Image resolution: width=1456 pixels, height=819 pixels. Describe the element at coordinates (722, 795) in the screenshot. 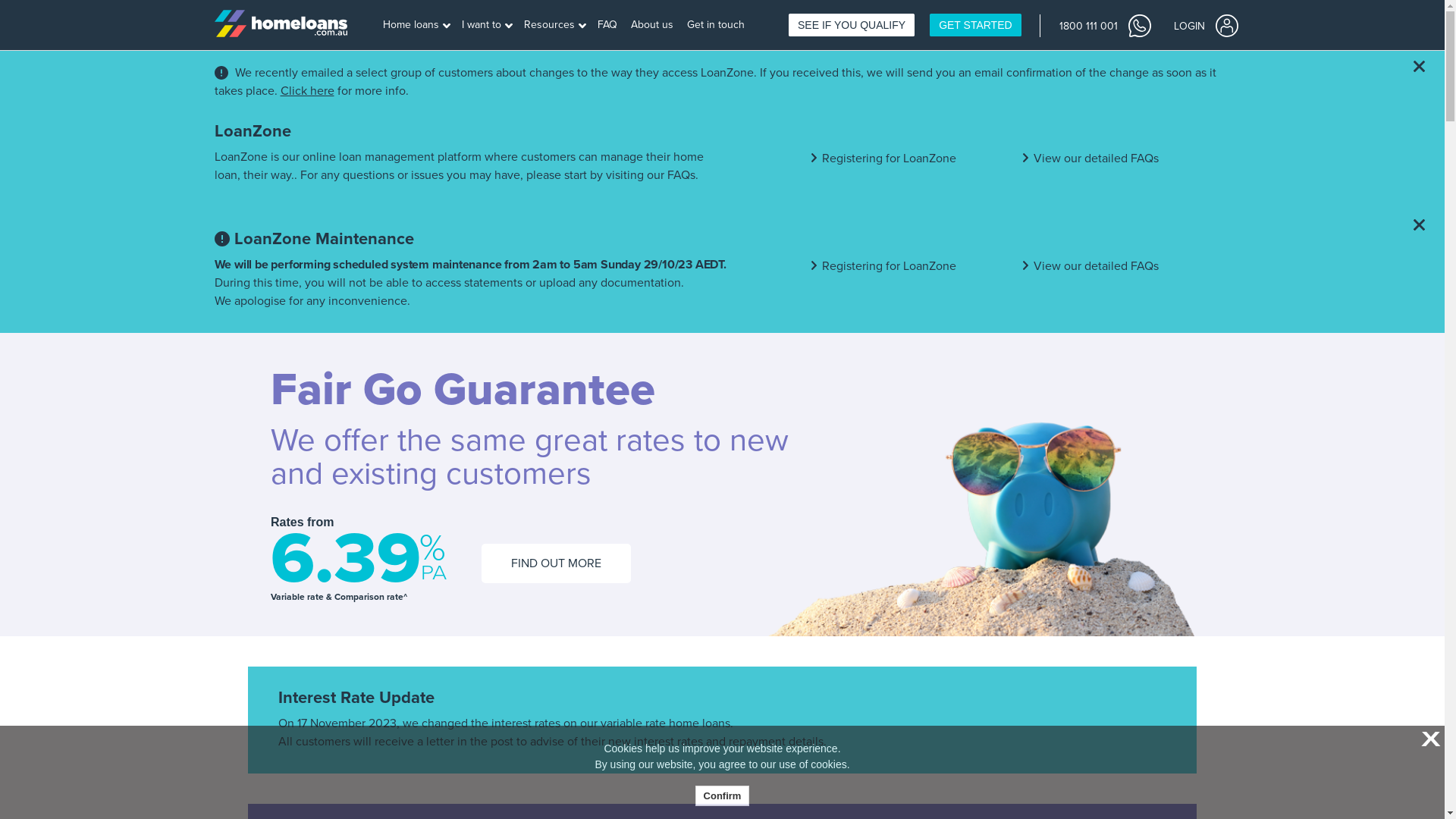

I see `'Confirm'` at that location.